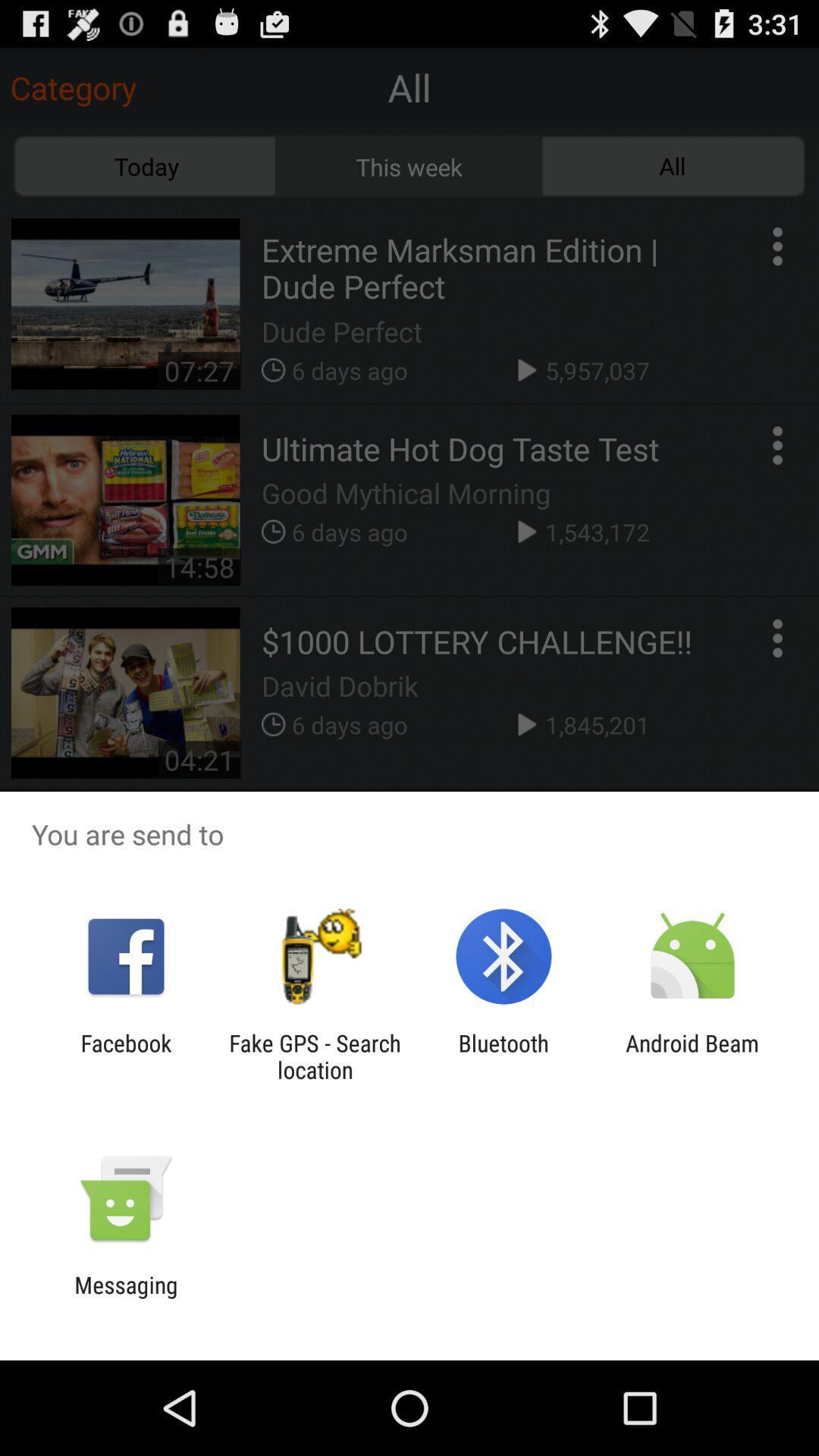 The height and width of the screenshot is (1456, 819). I want to click on the messaging icon, so click(125, 1298).